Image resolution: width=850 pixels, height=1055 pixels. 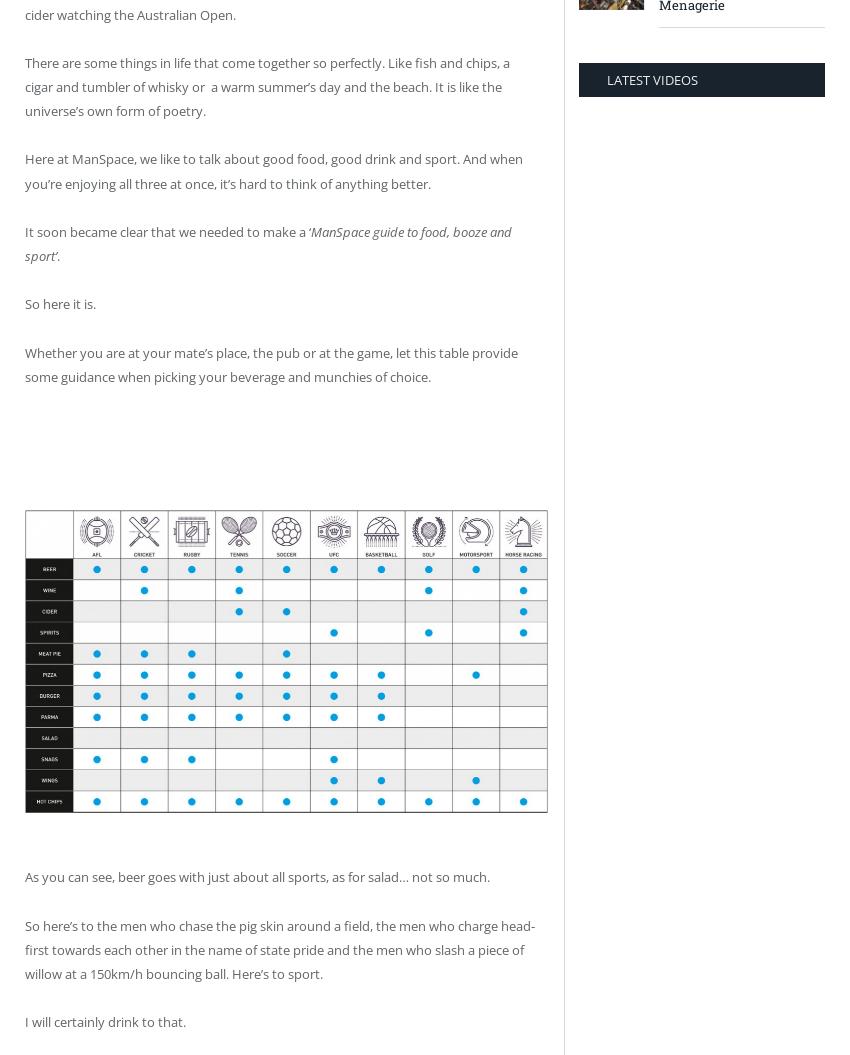 I want to click on 'Here at ManSpace, we like to talk about good food, good drink and sport. And when you’re enjoying all three at once, it’s hard to think of anything better.', so click(x=23, y=171).